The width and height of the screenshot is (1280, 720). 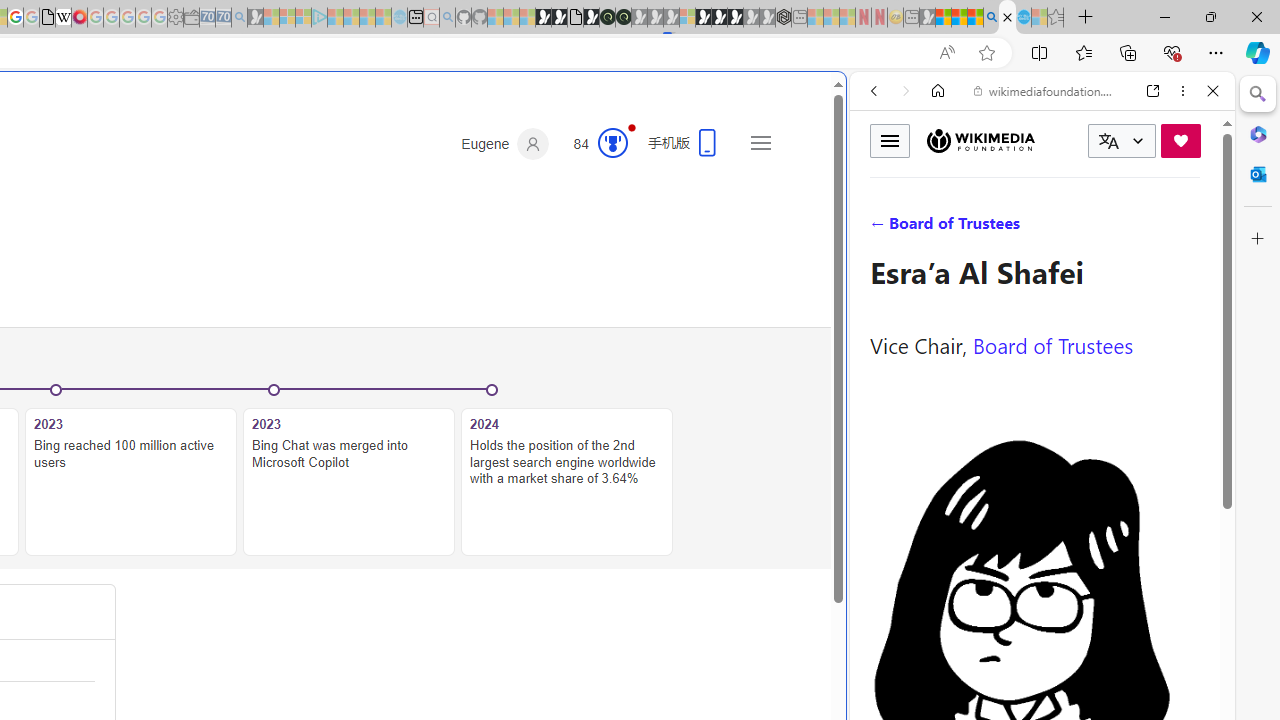 I want to click on 'Target page - Wikipedia', so click(x=63, y=17).